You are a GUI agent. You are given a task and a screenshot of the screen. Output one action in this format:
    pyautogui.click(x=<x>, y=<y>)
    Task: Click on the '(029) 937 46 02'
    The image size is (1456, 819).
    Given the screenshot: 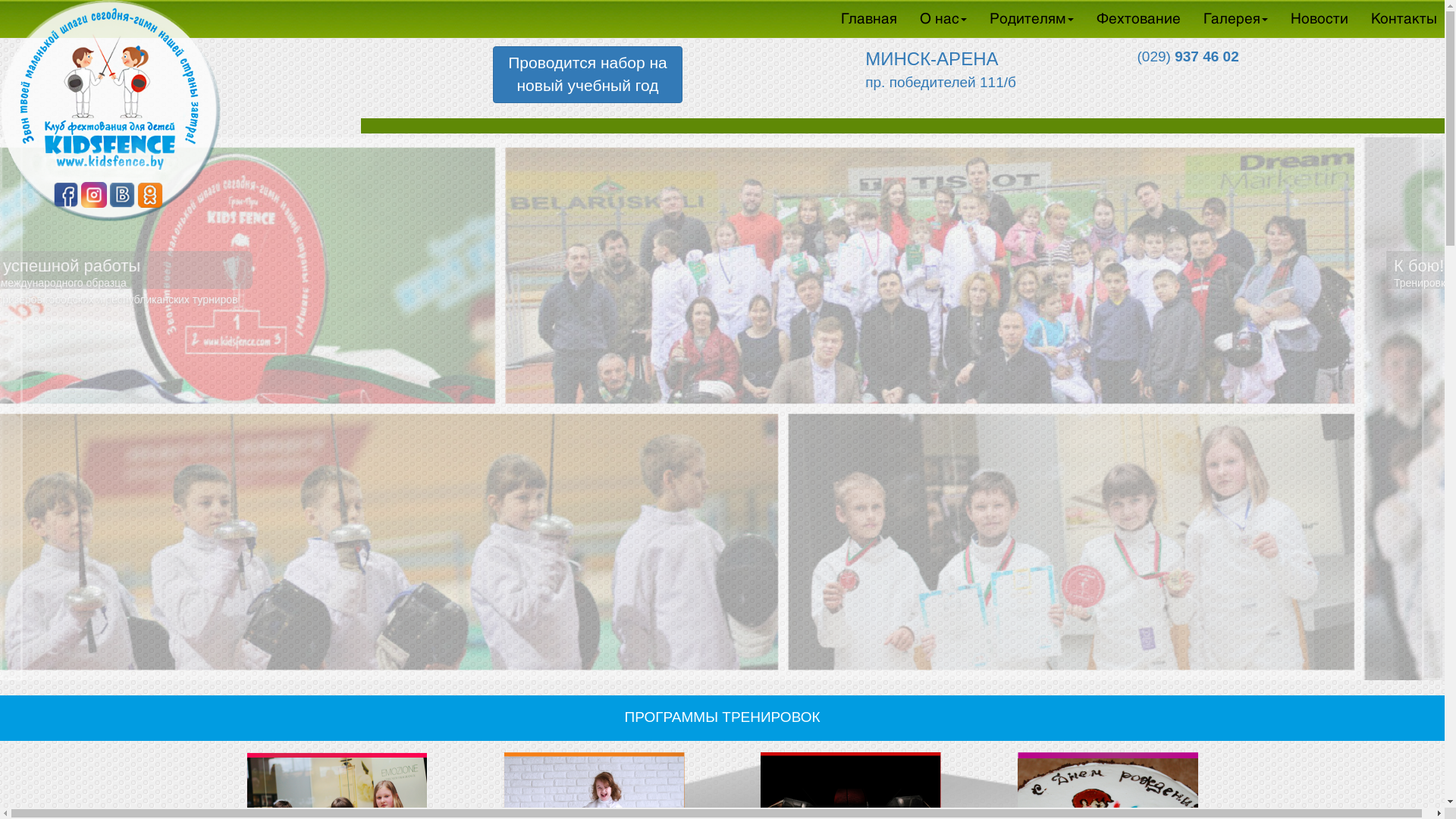 What is the action you would take?
    pyautogui.click(x=1175, y=55)
    